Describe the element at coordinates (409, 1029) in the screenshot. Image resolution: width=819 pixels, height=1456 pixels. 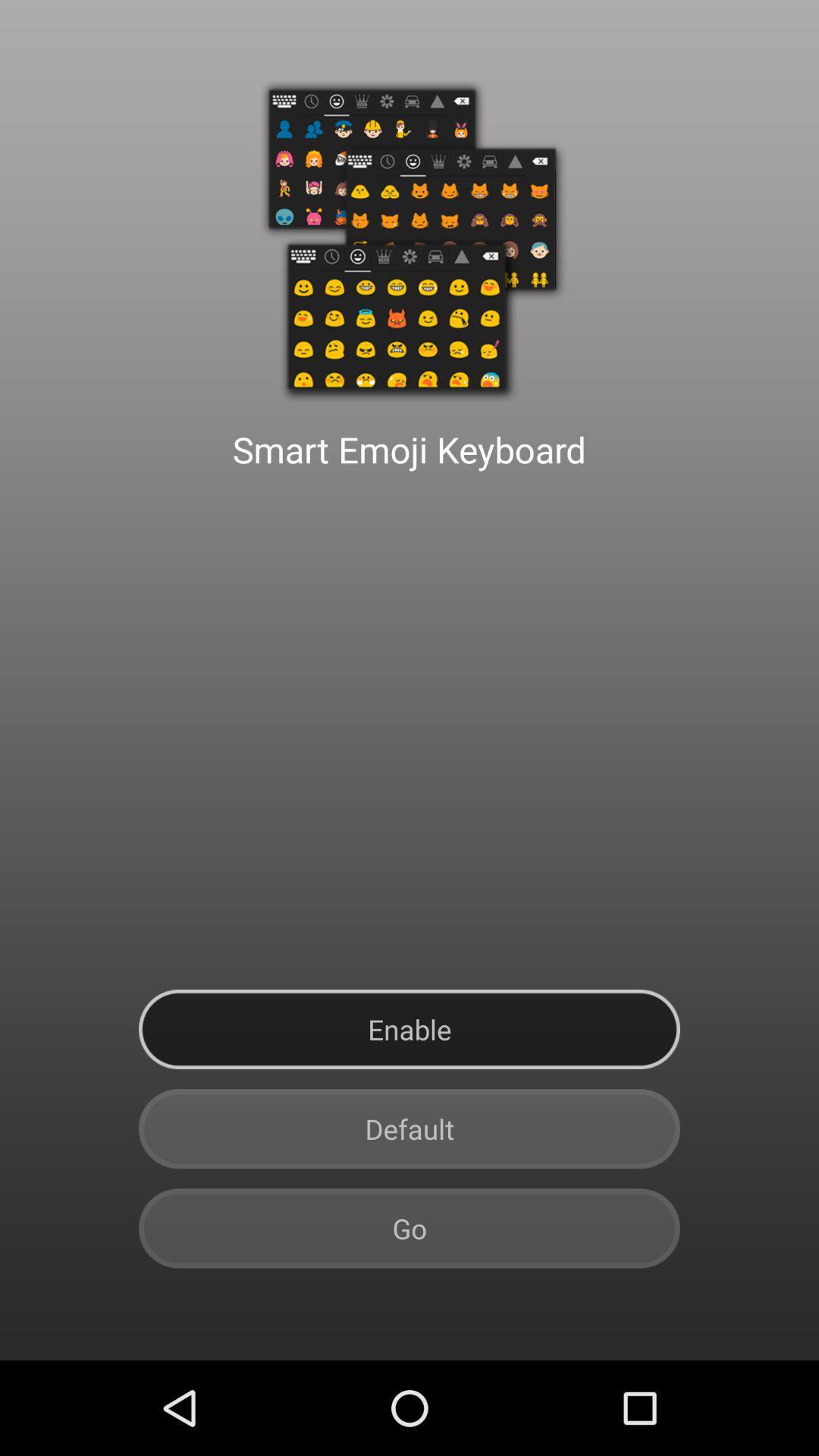
I see `button above default item` at that location.